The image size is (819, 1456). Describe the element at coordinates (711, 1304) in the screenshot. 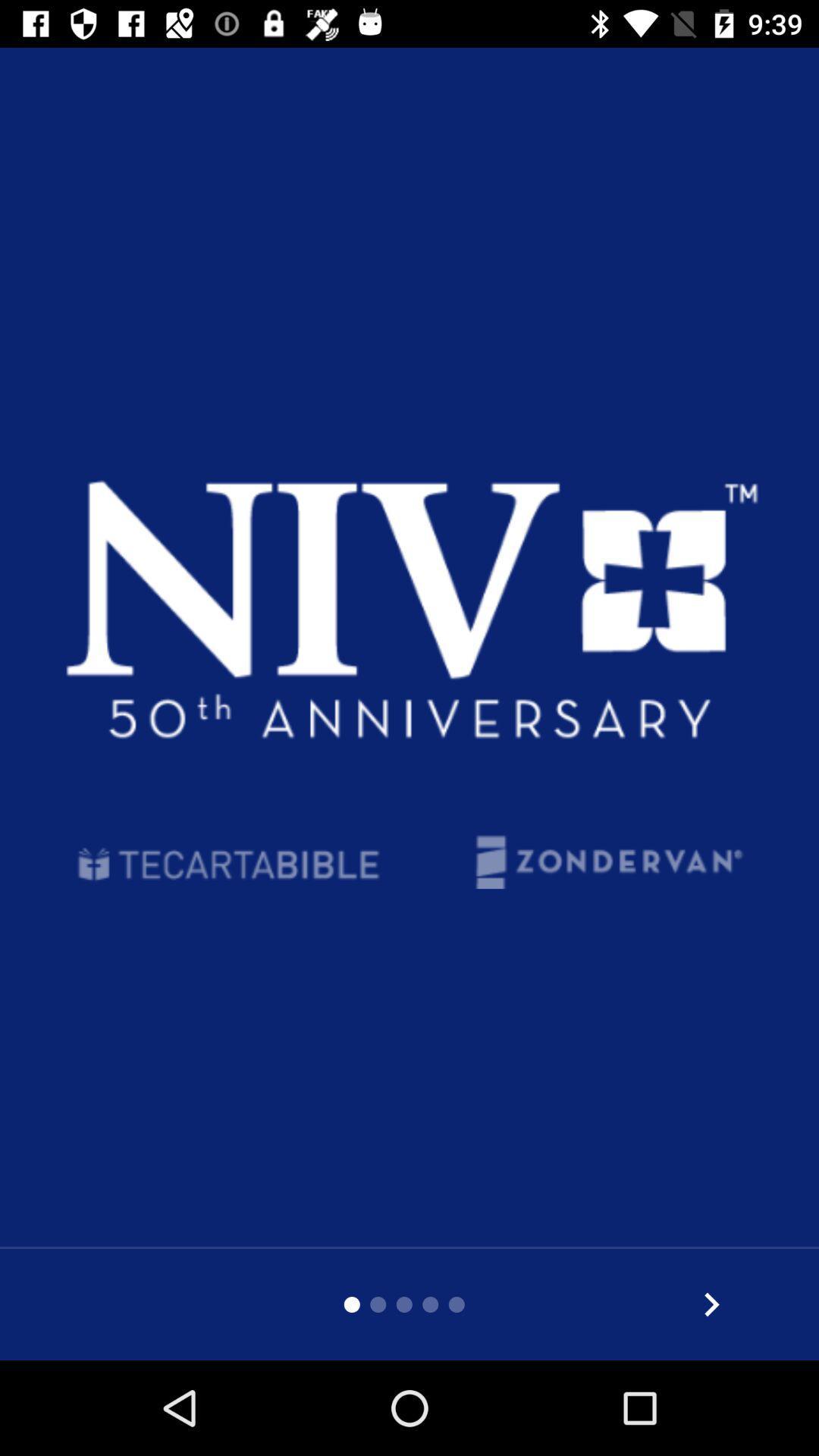

I see `world s most read and most trusted modern english bible translation` at that location.